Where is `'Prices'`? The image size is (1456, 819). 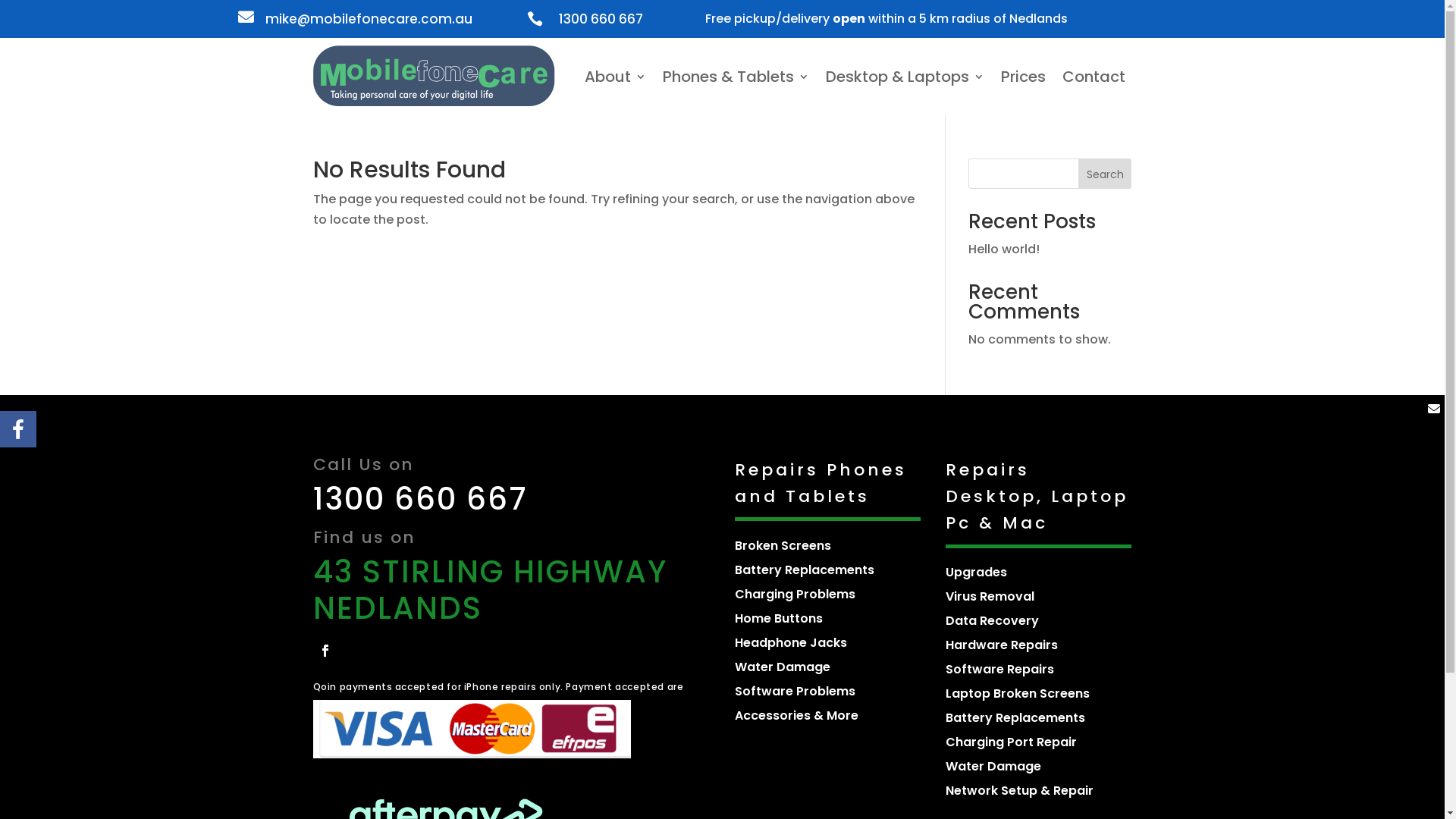 'Prices' is located at coordinates (1023, 76).